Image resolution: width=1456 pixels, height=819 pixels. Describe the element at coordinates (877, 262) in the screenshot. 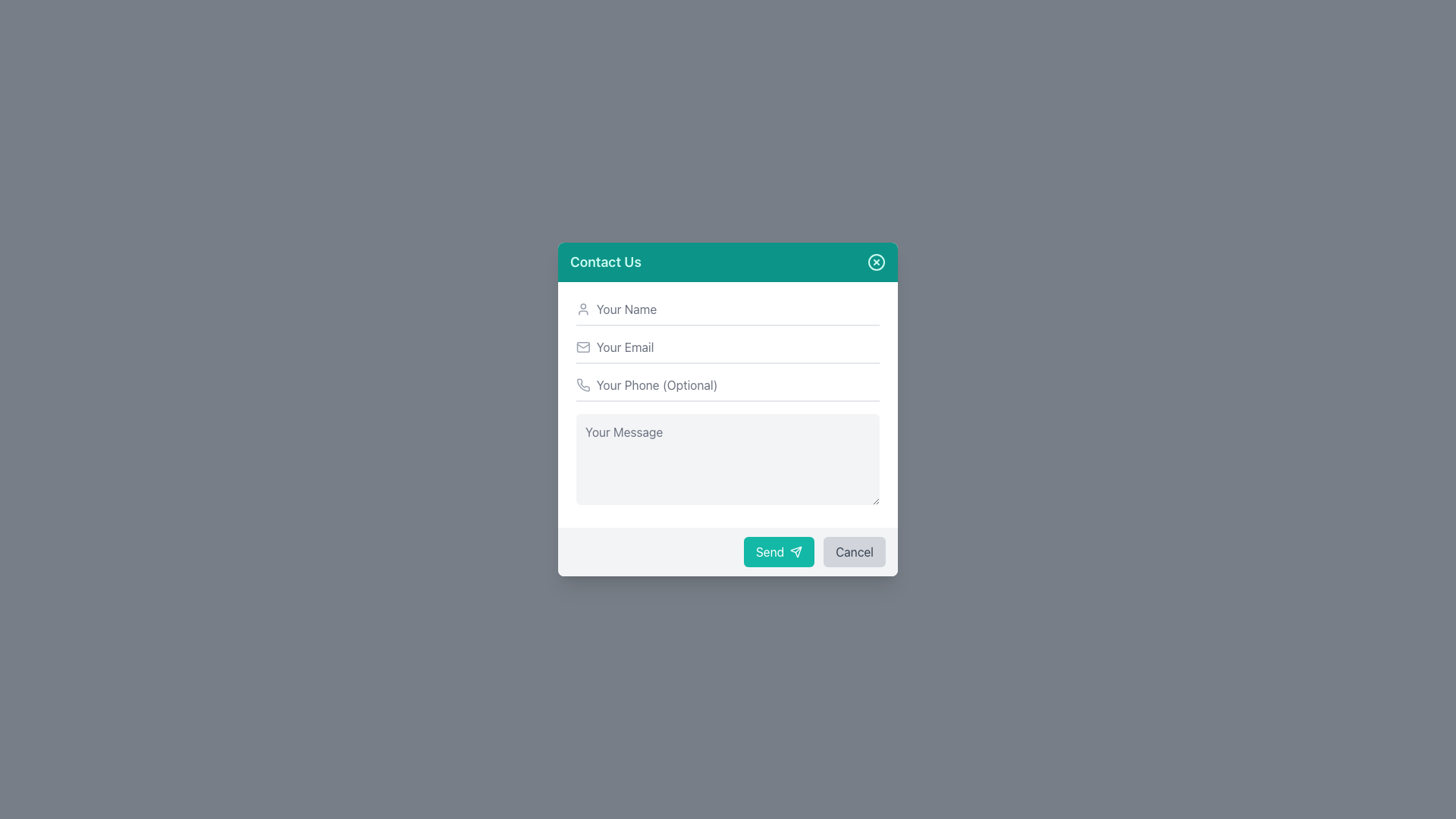

I see `the SVG circle element that is part of the close button inside the green header bar labeled 'Contact Us'` at that location.